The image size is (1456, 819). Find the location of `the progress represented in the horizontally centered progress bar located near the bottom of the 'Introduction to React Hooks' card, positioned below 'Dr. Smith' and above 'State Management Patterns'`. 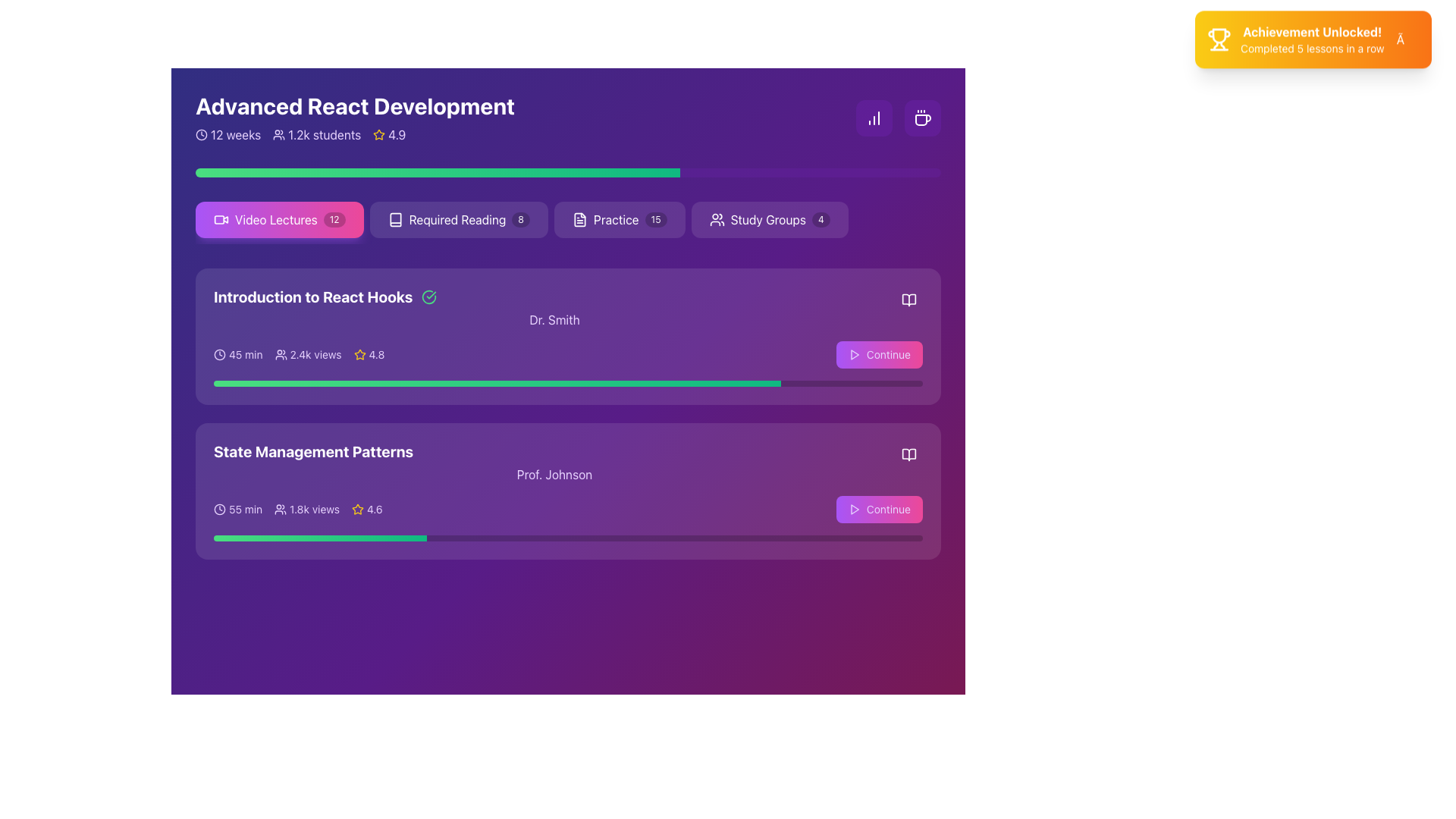

the progress represented in the horizontally centered progress bar located near the bottom of the 'Introduction to React Hooks' card, positioned below 'Dr. Smith' and above 'State Management Patterns' is located at coordinates (567, 382).